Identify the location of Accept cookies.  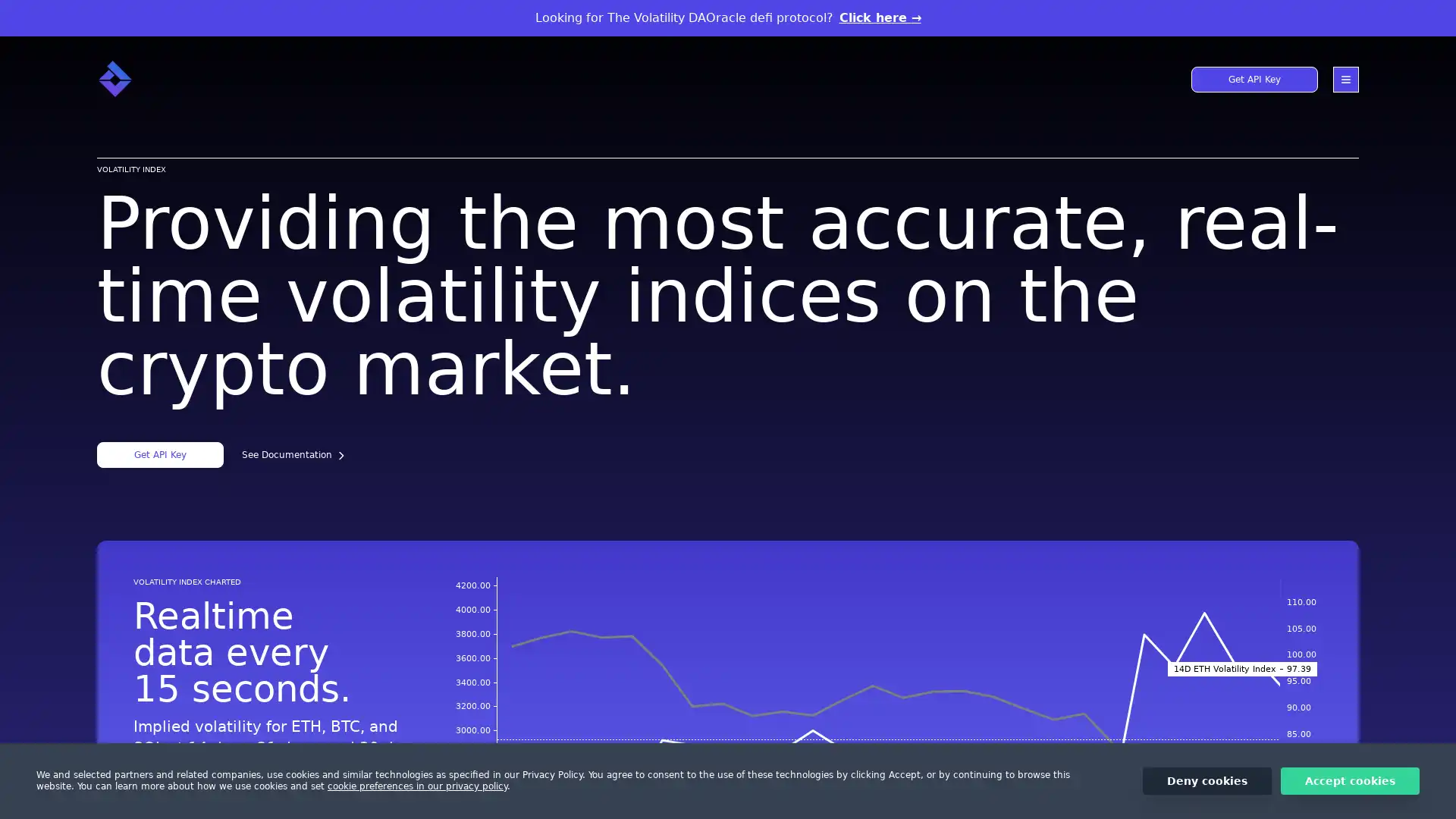
(1350, 780).